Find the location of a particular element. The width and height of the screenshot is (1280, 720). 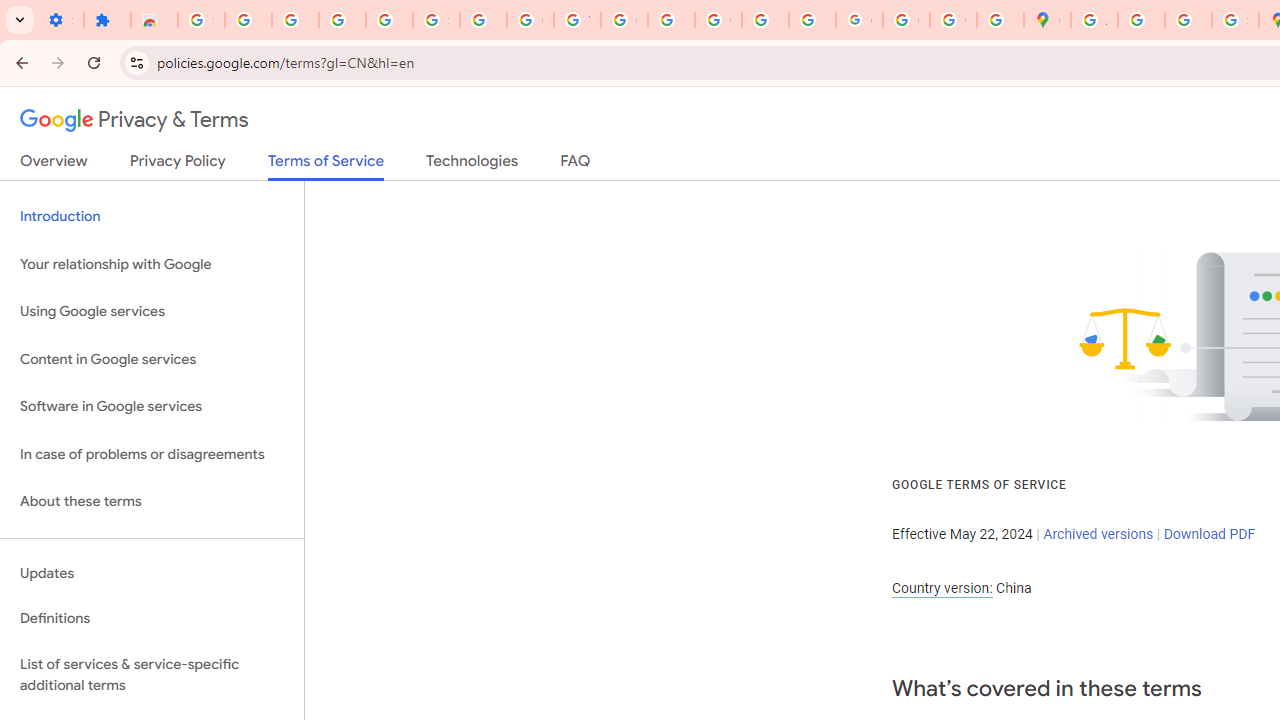

'In case of problems or disagreements' is located at coordinates (151, 454).